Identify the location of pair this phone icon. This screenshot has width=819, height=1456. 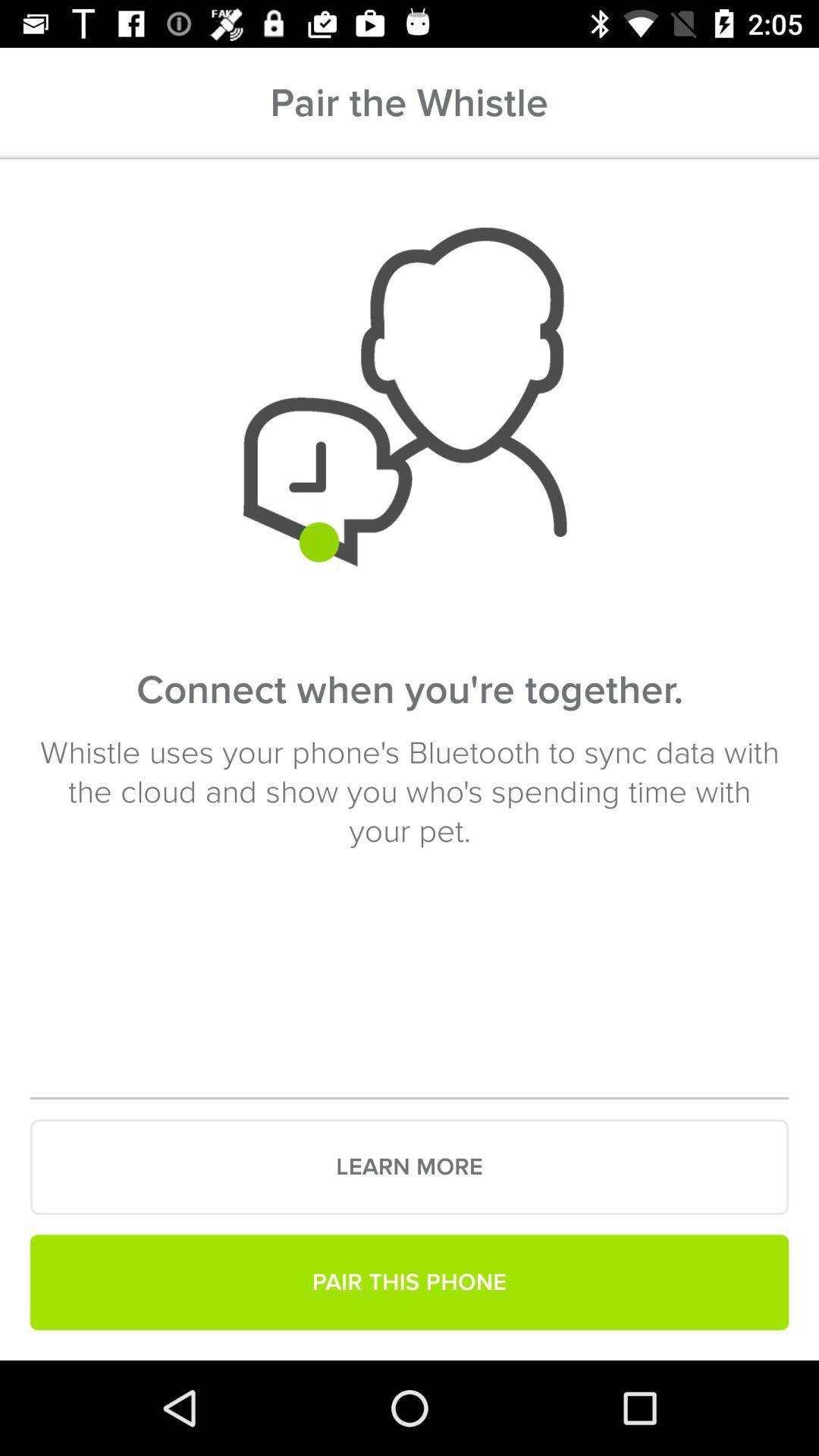
(409, 1282).